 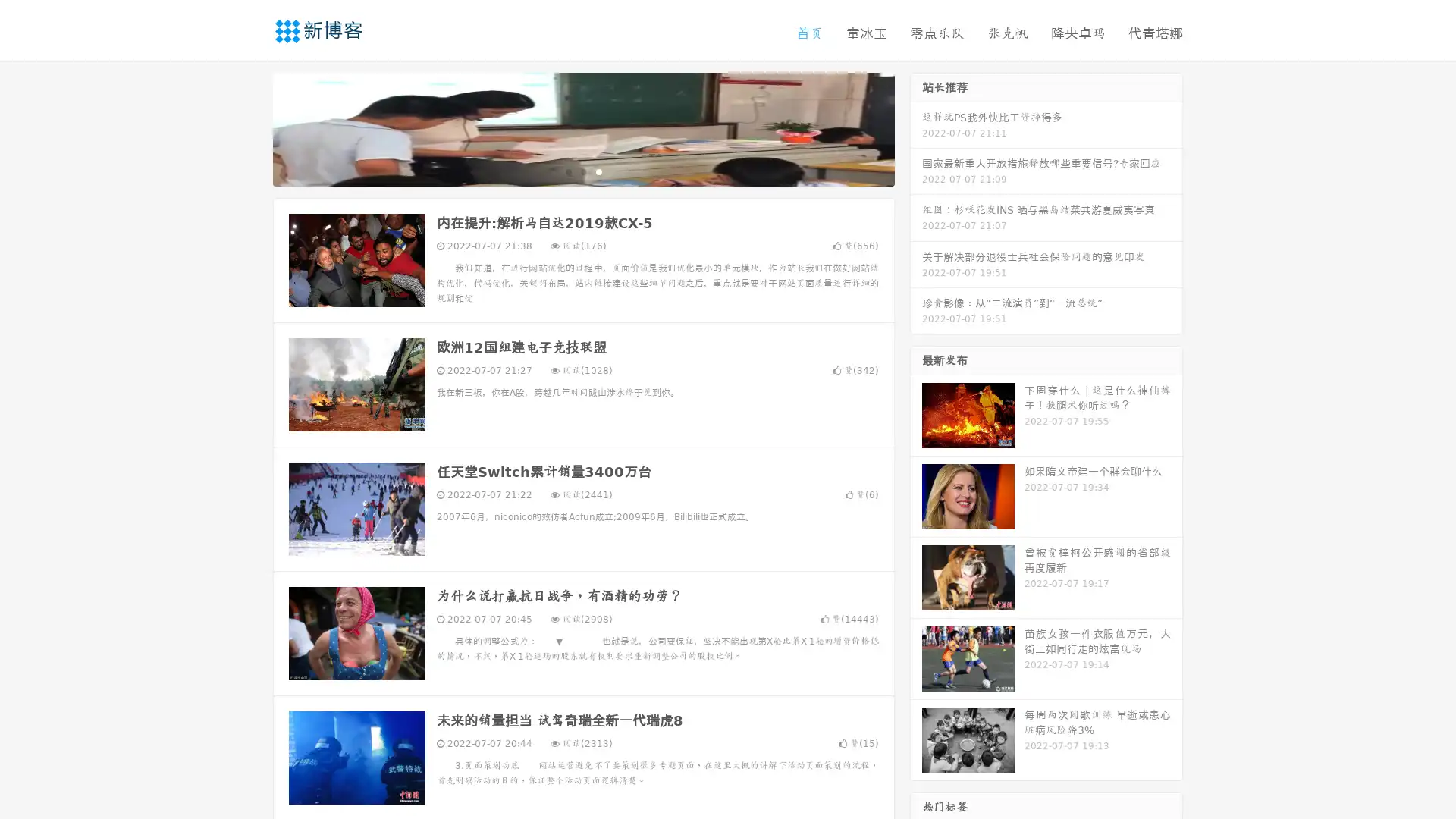 I want to click on Previous slide, so click(x=250, y=127).